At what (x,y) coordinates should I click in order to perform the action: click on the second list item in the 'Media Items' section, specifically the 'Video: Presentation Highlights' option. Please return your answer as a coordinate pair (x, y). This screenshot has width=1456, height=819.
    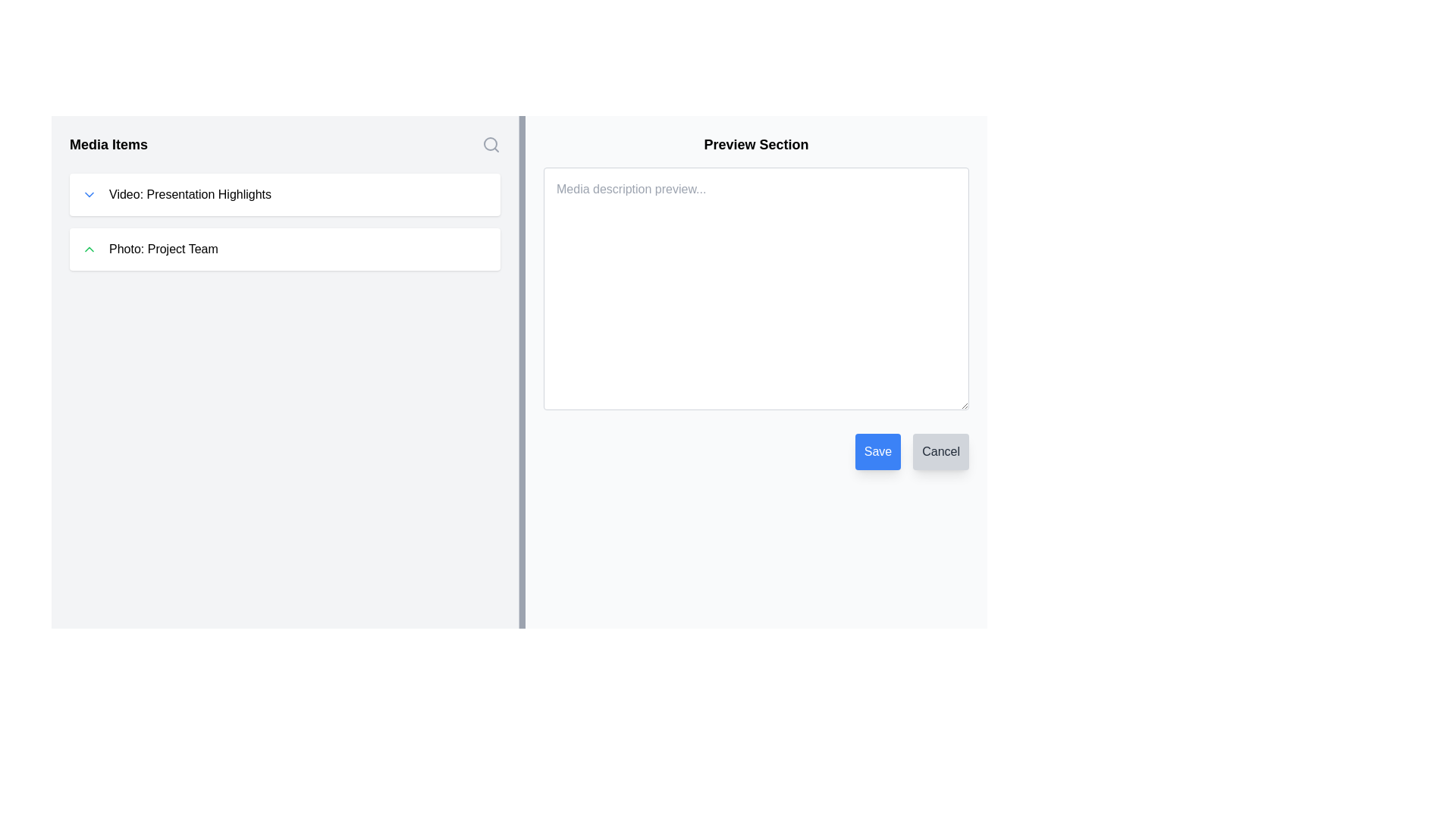
    Looking at the image, I should click on (284, 222).